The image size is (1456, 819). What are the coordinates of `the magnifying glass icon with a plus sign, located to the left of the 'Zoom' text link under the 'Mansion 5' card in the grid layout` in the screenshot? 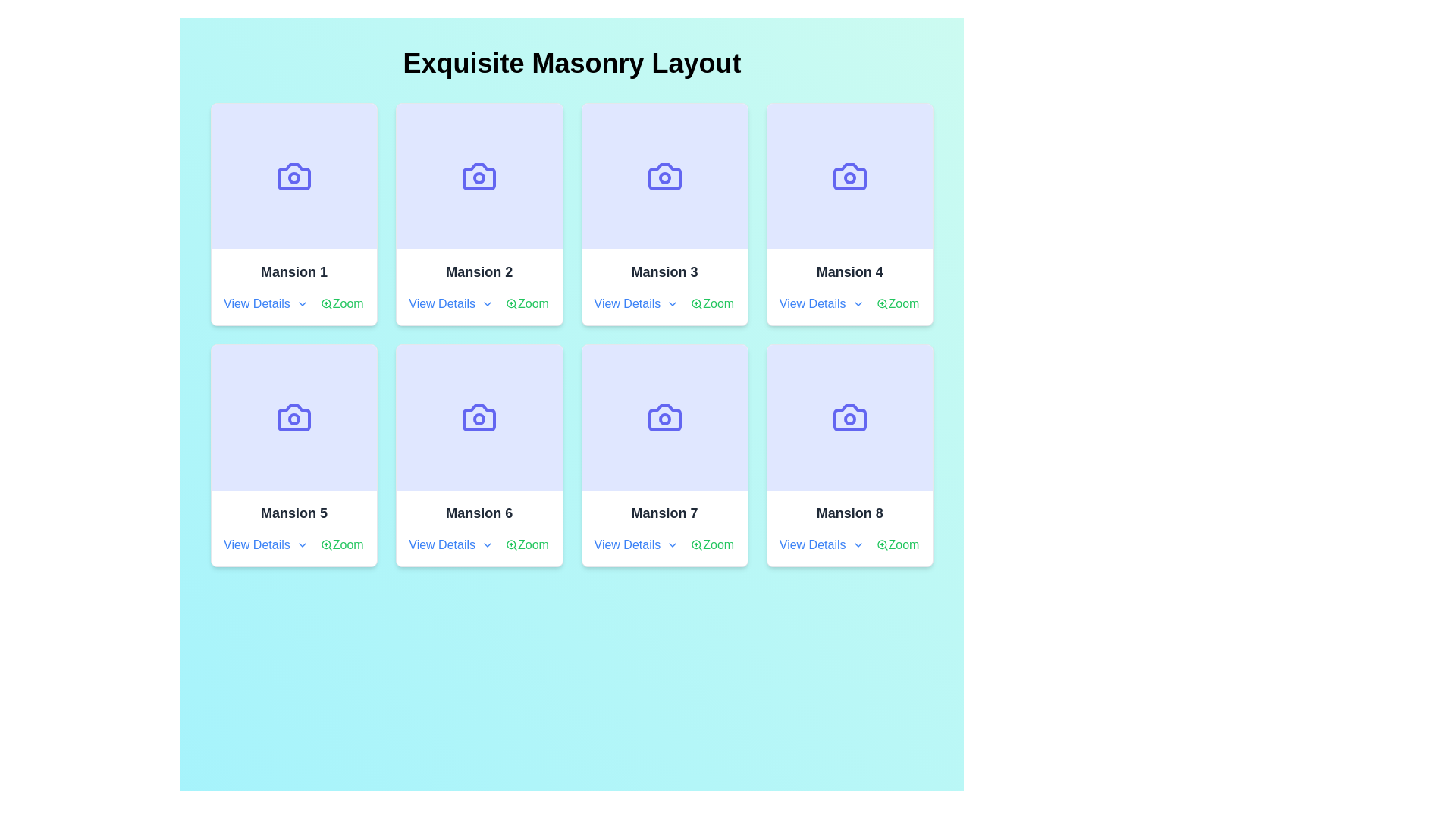 It's located at (325, 544).